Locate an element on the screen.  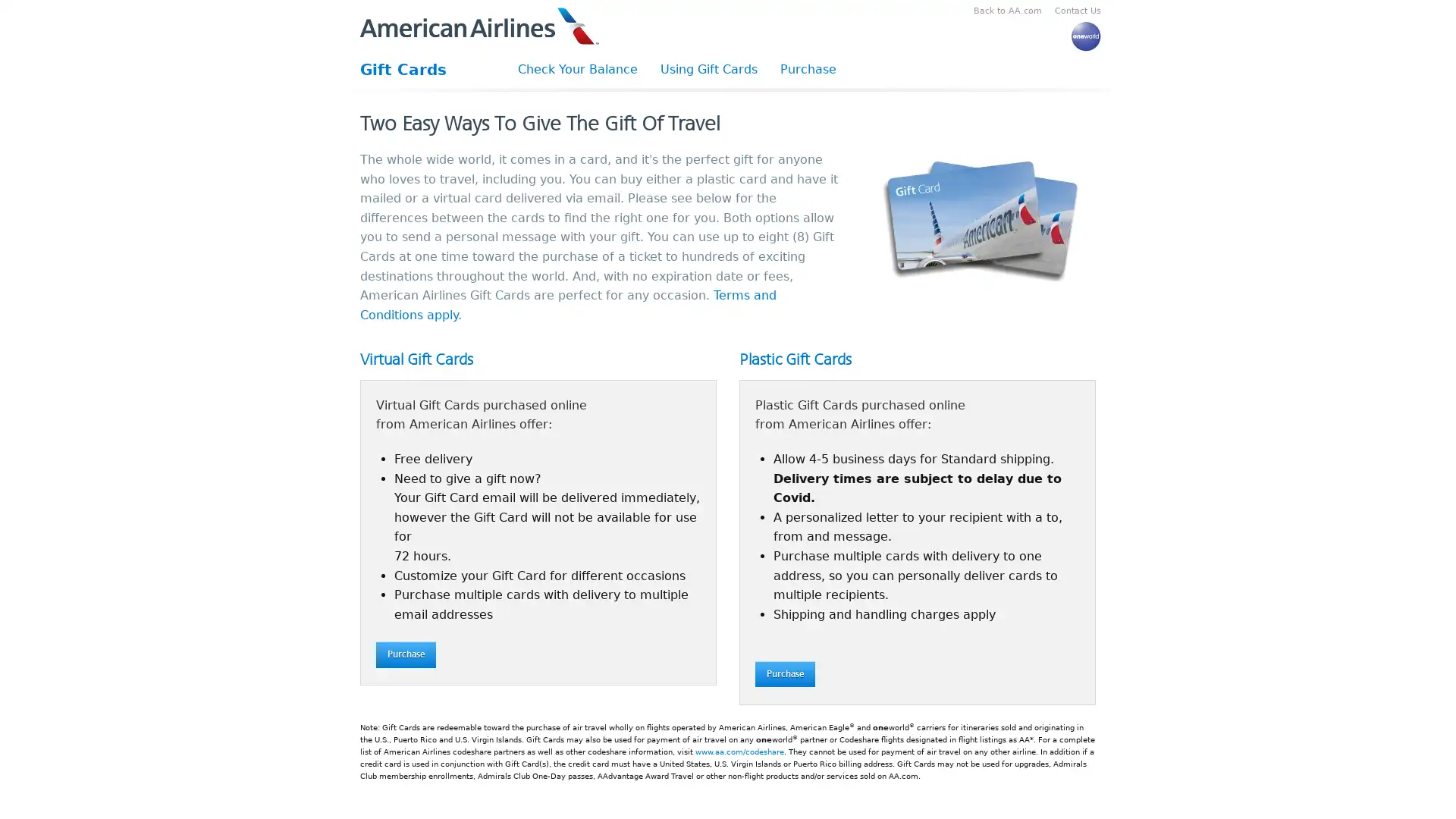
Purchase is located at coordinates (785, 673).